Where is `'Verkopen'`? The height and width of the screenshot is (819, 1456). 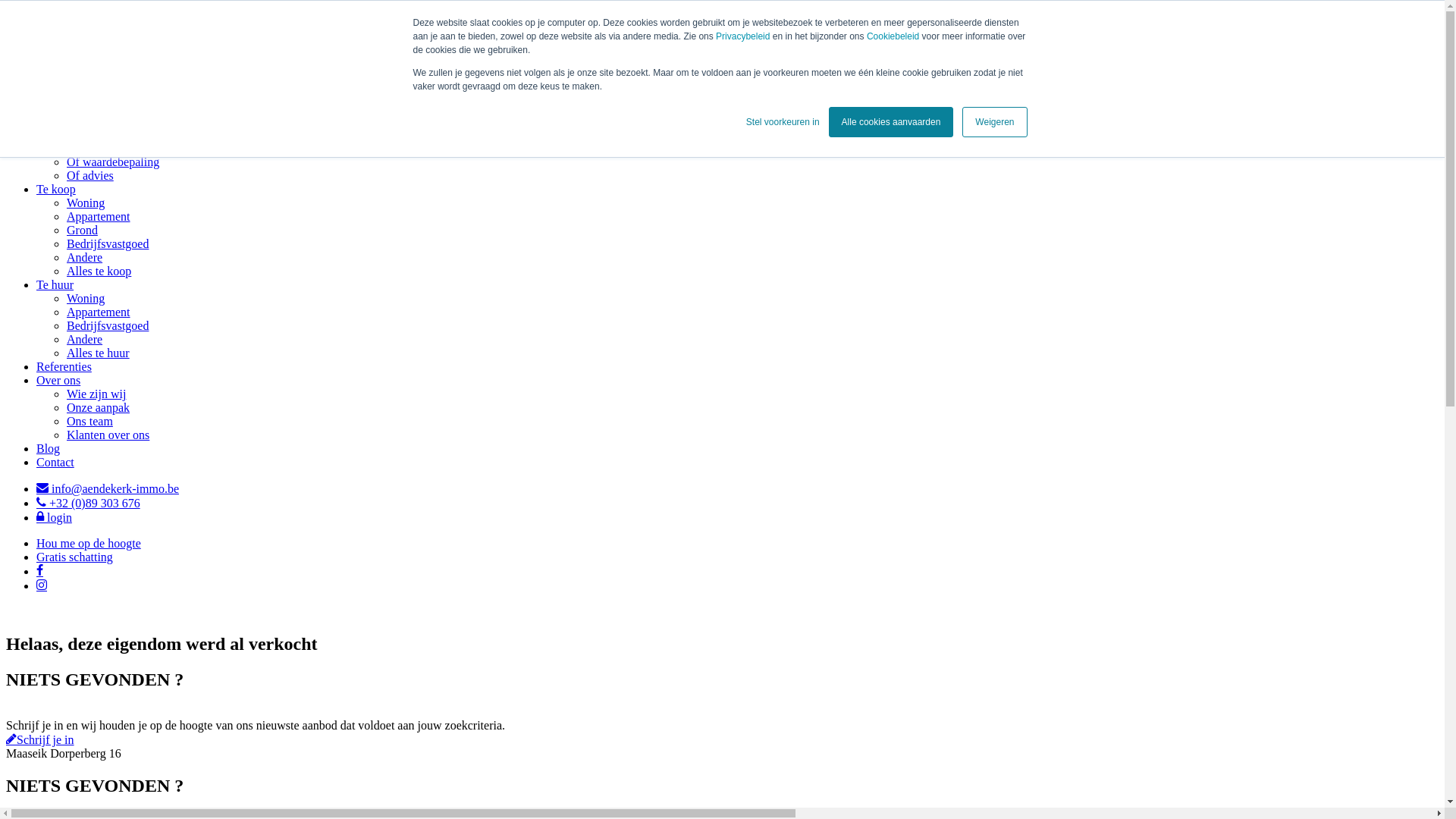
'Verkopen' is located at coordinates (59, 120).